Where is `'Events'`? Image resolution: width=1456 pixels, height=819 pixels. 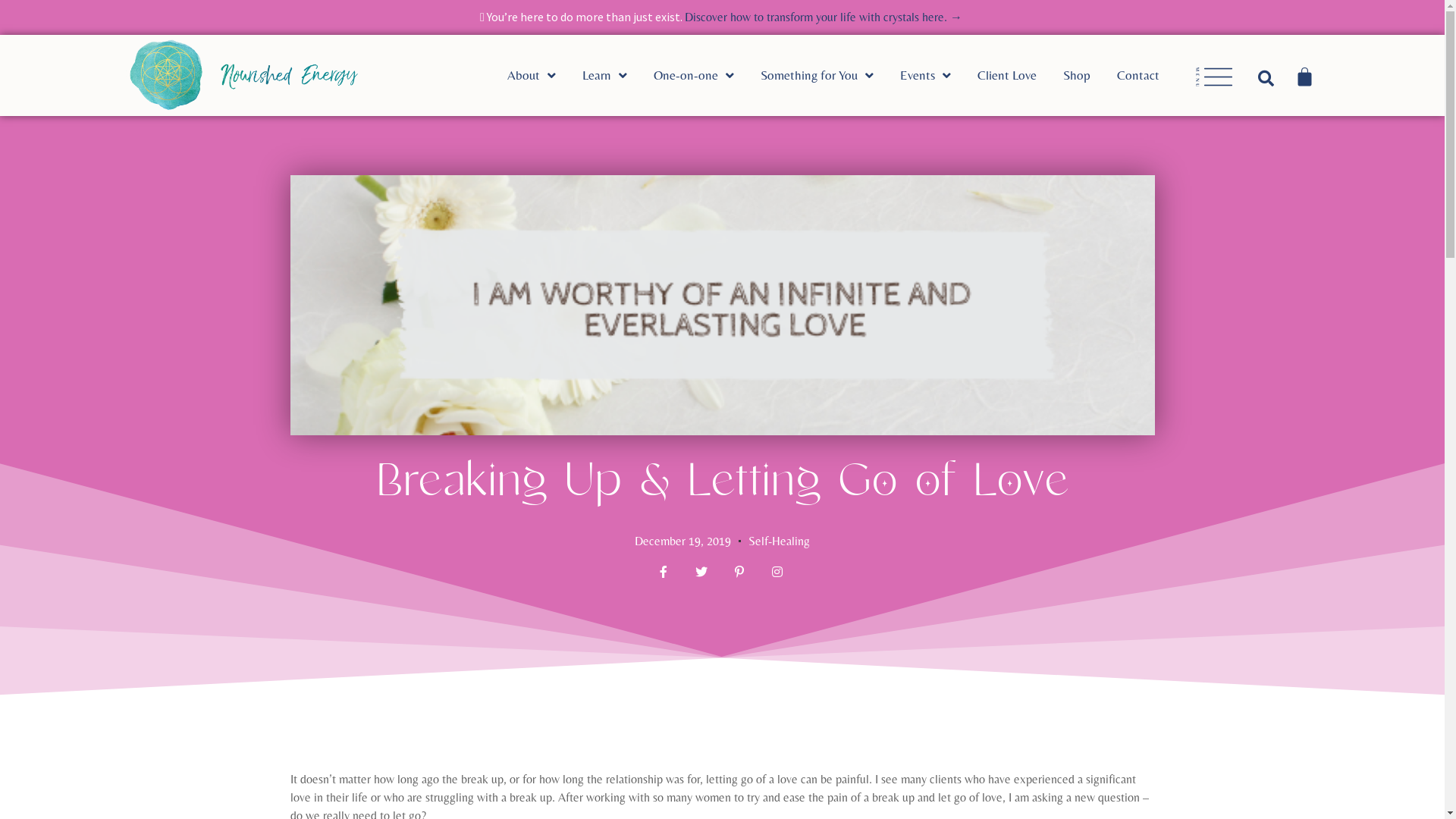
'Events' is located at coordinates (938, 76).